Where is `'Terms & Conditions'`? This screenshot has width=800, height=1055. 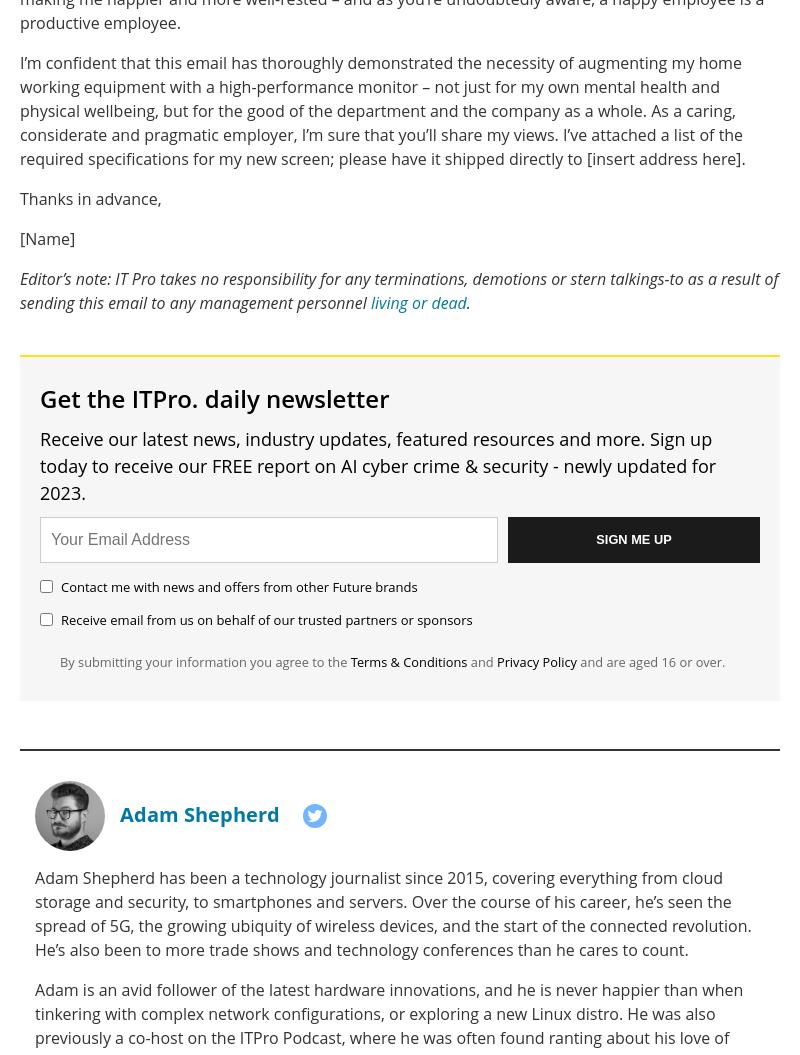 'Terms & Conditions' is located at coordinates (408, 661).